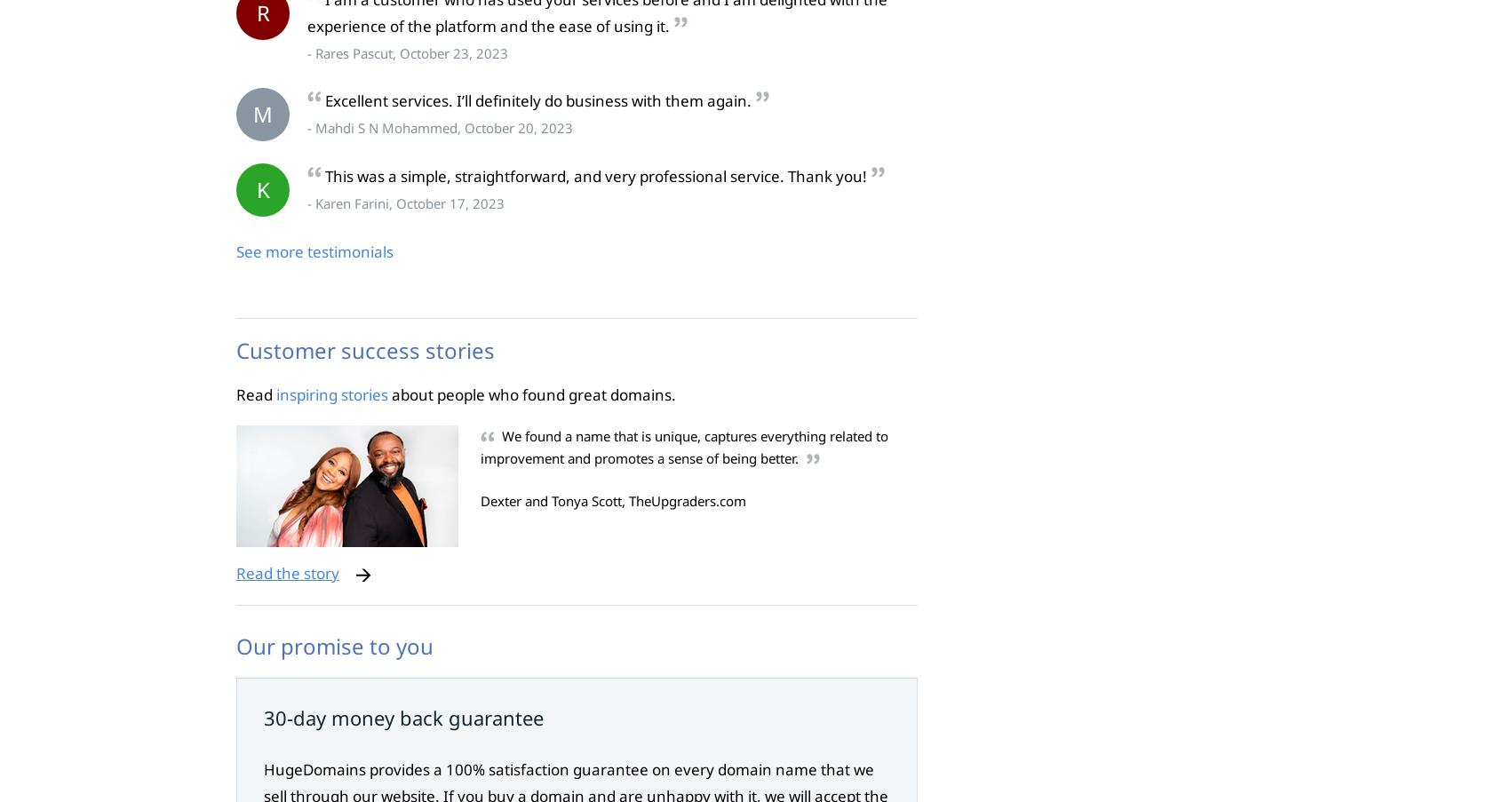 This screenshot has width=1512, height=802. What do you see at coordinates (331, 393) in the screenshot?
I see `'inspiring stories'` at bounding box center [331, 393].